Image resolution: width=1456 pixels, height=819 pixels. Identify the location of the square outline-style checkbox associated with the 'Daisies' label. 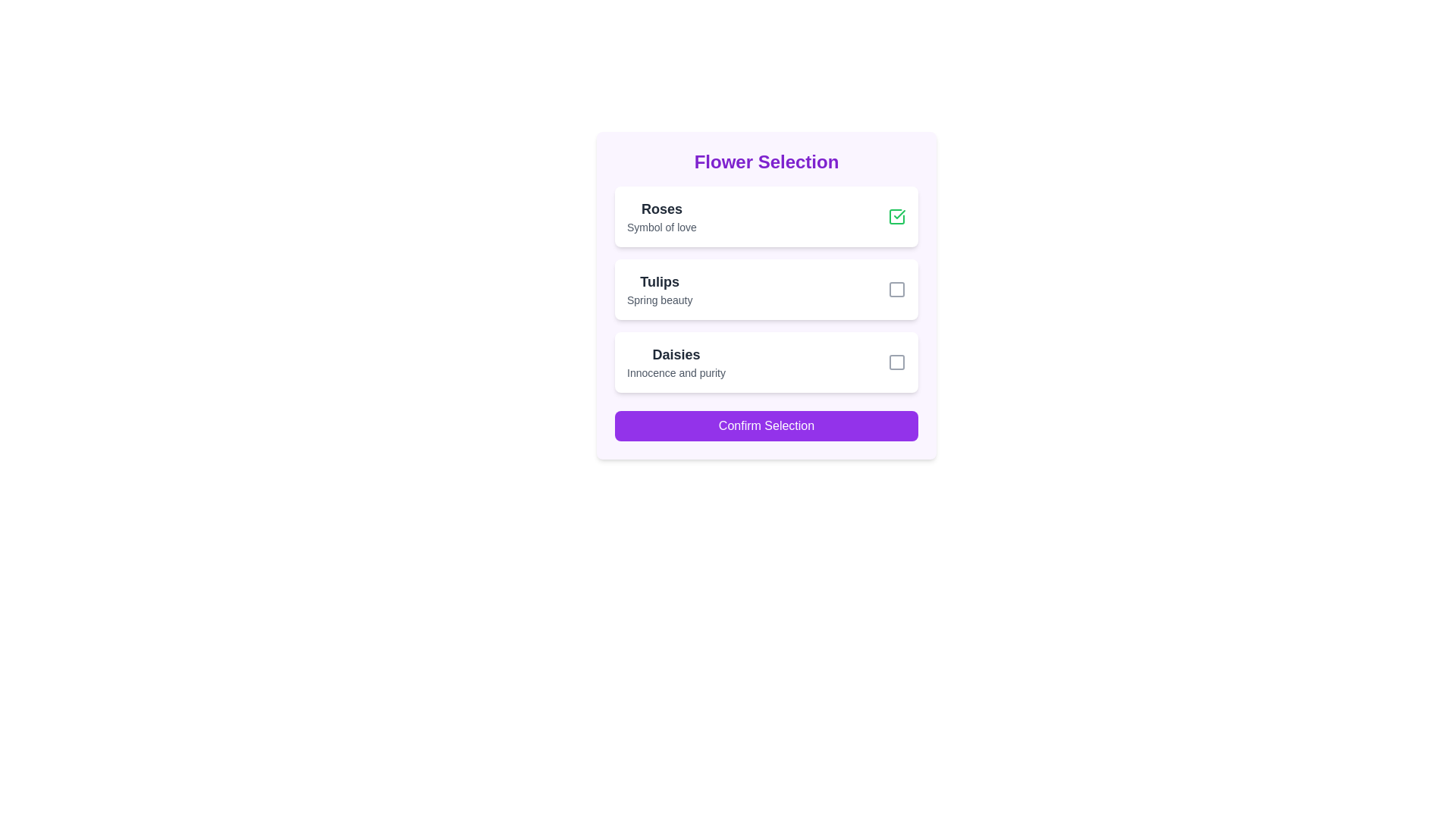
(896, 362).